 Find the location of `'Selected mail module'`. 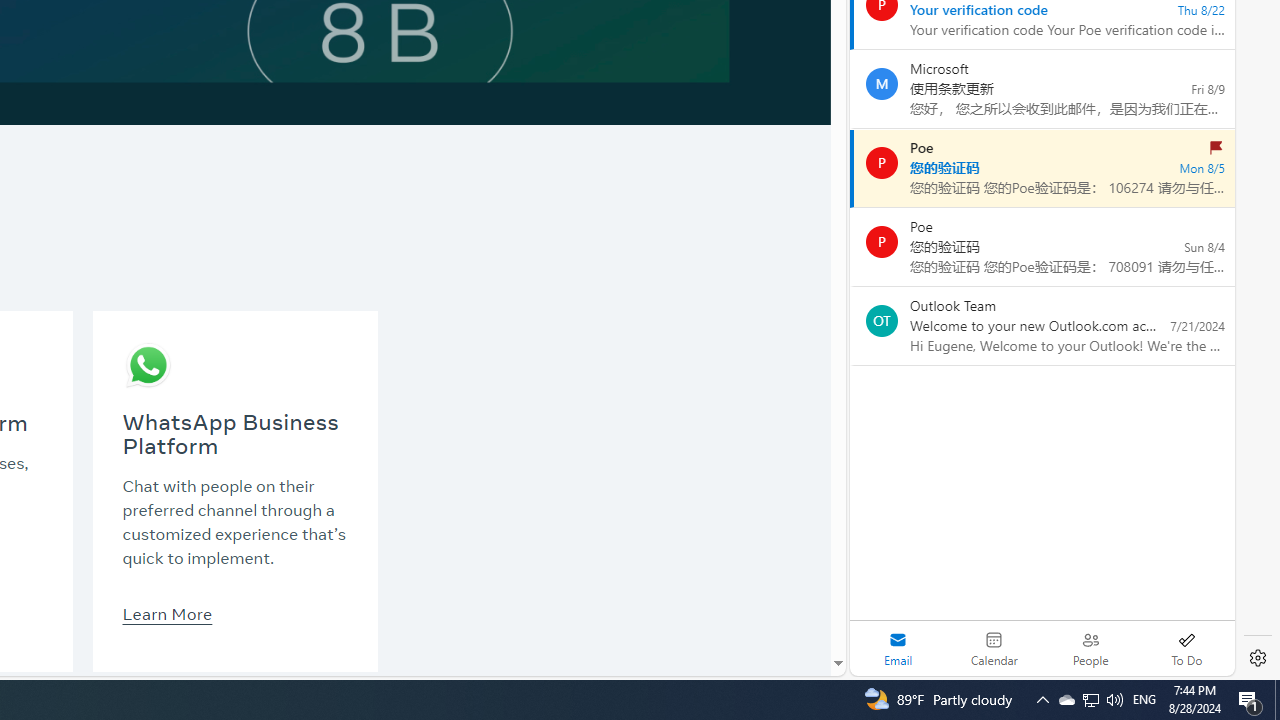

'Selected mail module' is located at coordinates (897, 648).